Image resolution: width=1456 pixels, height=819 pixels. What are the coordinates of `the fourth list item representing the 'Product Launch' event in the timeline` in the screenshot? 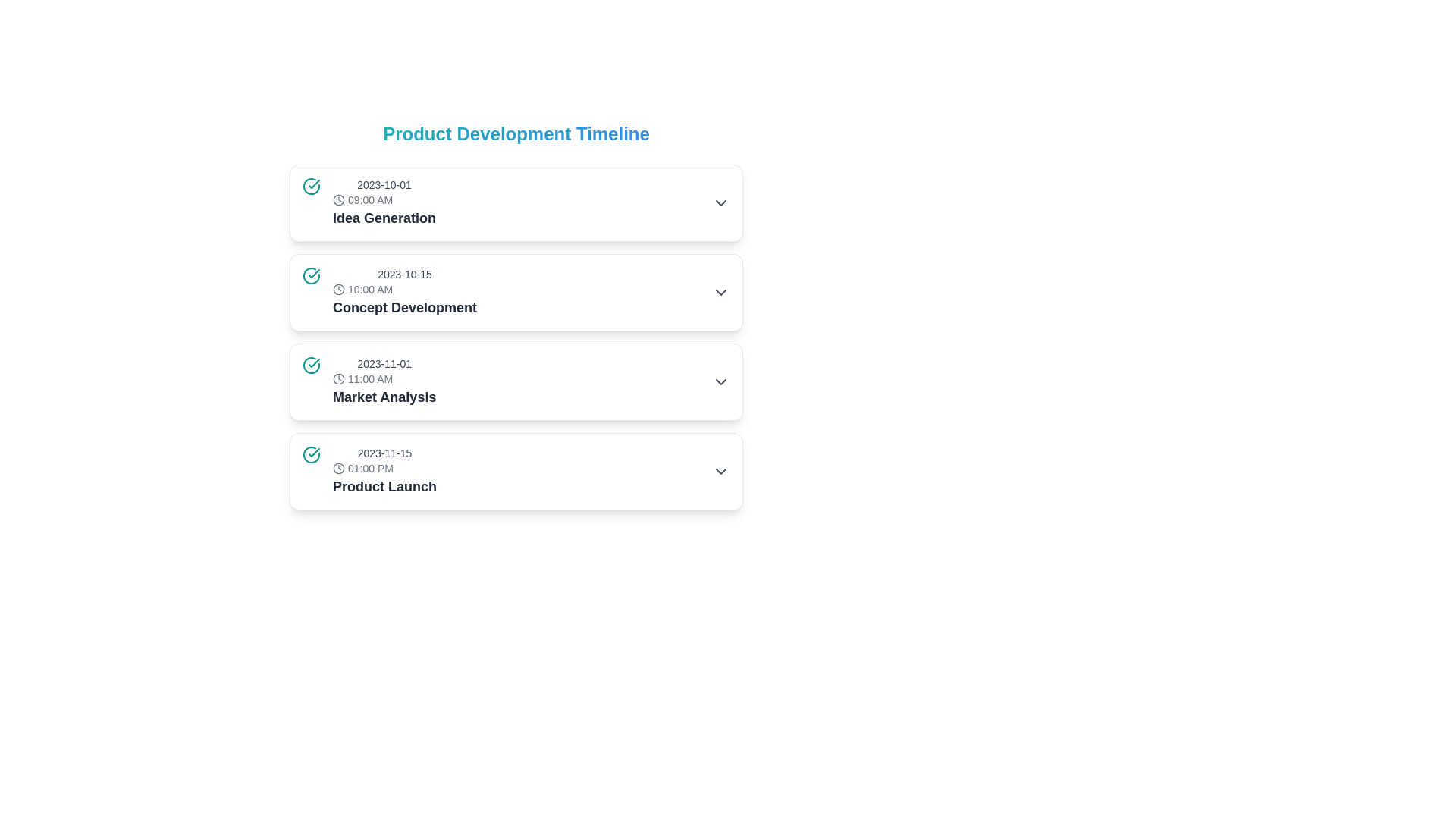 It's located at (516, 470).